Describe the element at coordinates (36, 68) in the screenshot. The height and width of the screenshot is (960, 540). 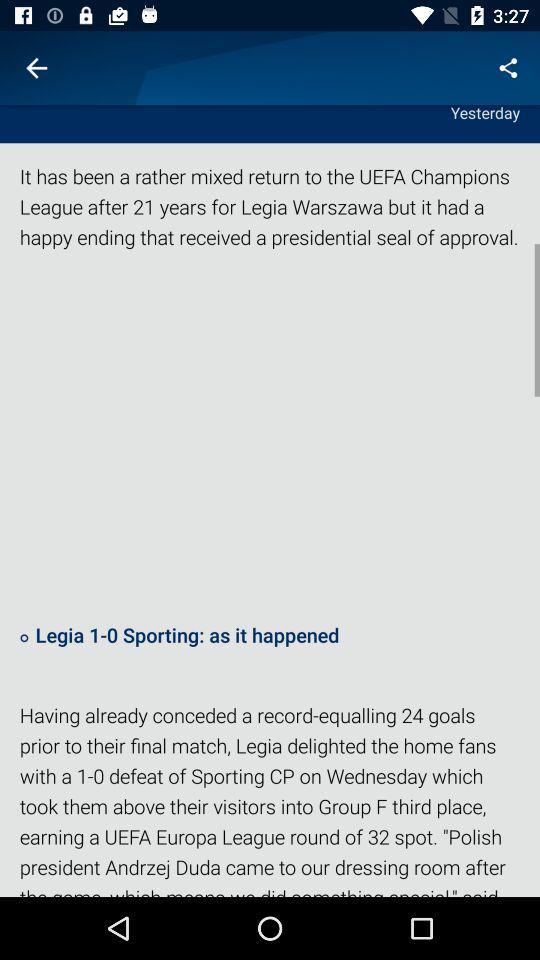
I see `go back` at that location.